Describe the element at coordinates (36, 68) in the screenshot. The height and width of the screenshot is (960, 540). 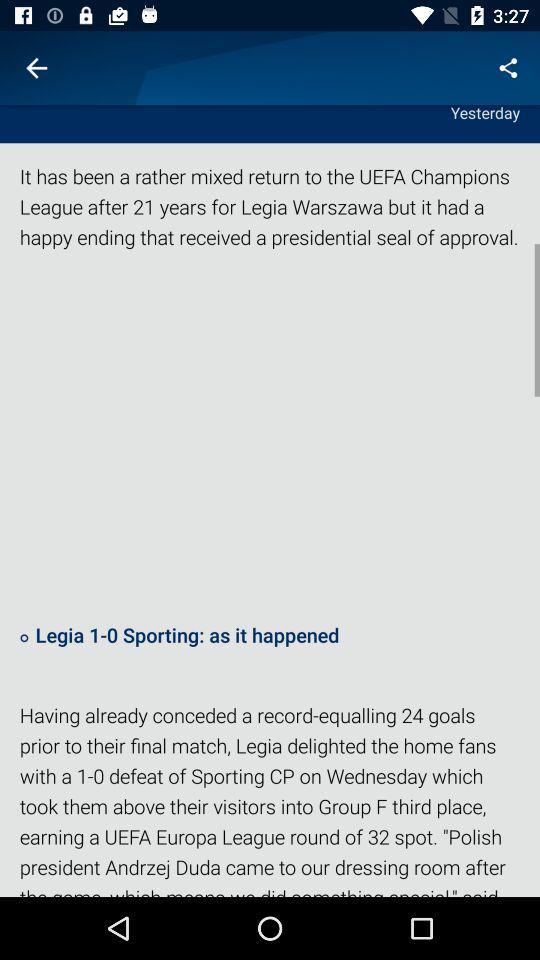
I see `go back` at that location.